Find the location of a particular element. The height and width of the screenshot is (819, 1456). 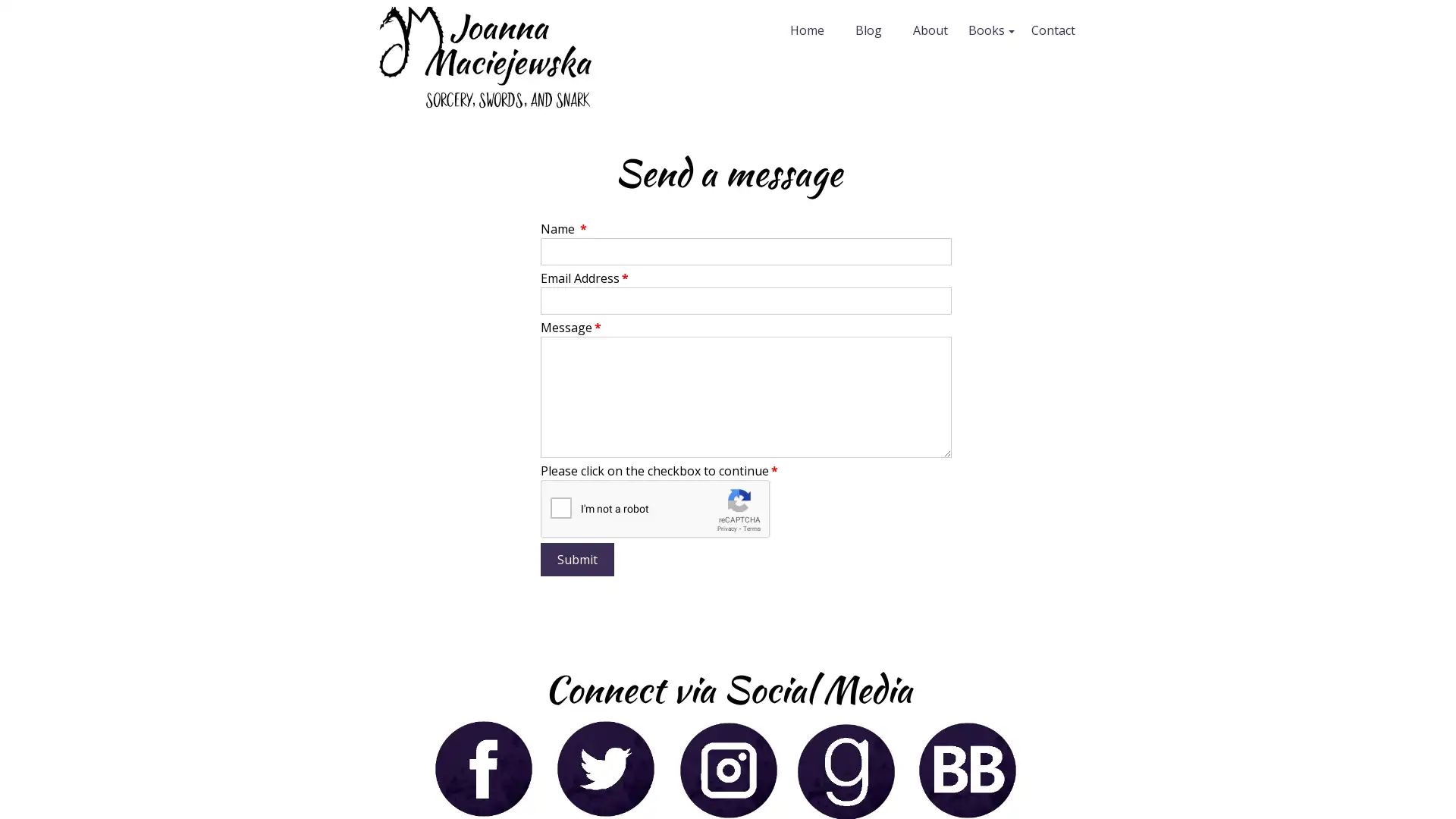

Submit is located at coordinates (576, 559).